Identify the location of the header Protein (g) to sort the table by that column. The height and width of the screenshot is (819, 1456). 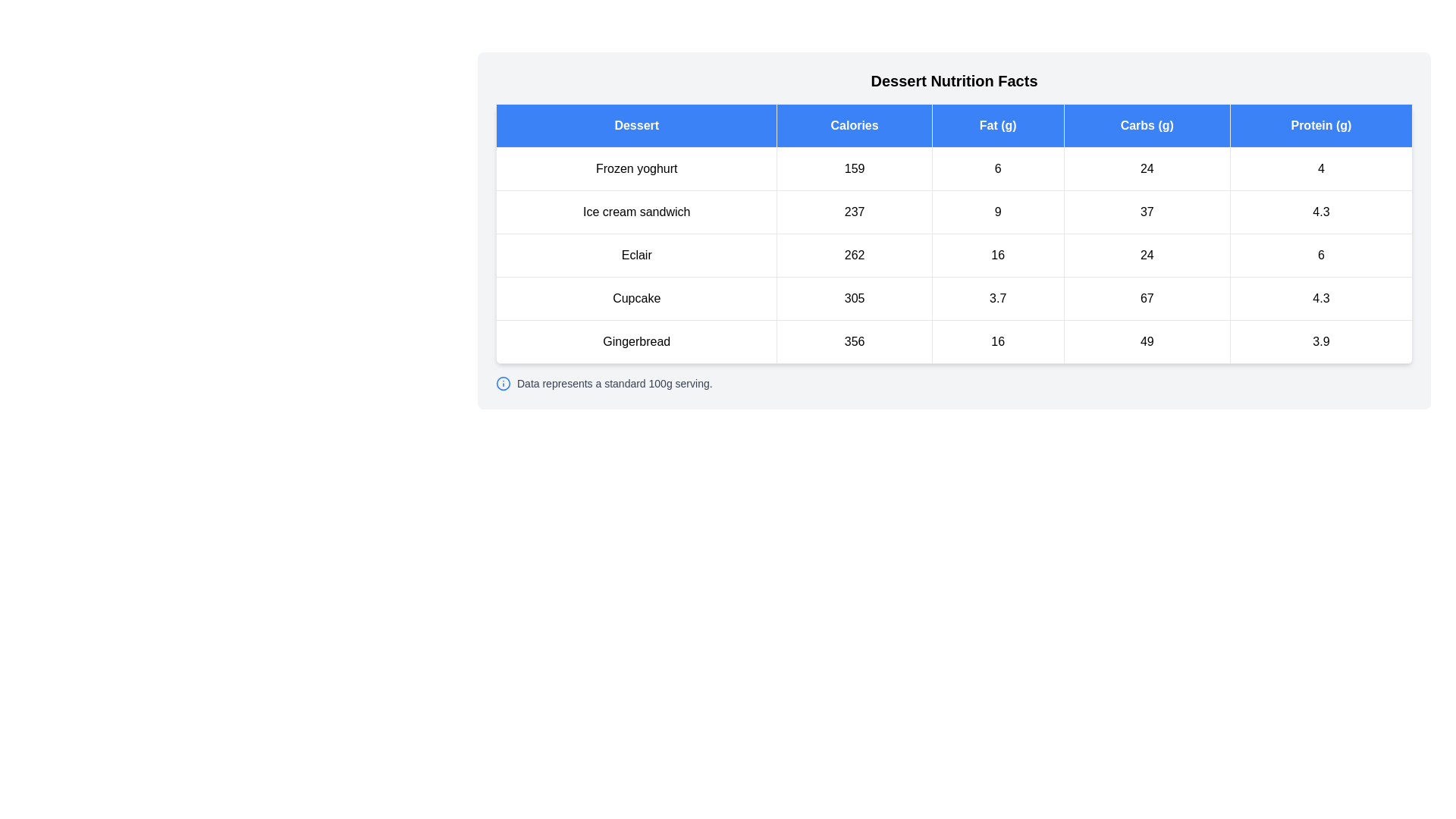
(1320, 124).